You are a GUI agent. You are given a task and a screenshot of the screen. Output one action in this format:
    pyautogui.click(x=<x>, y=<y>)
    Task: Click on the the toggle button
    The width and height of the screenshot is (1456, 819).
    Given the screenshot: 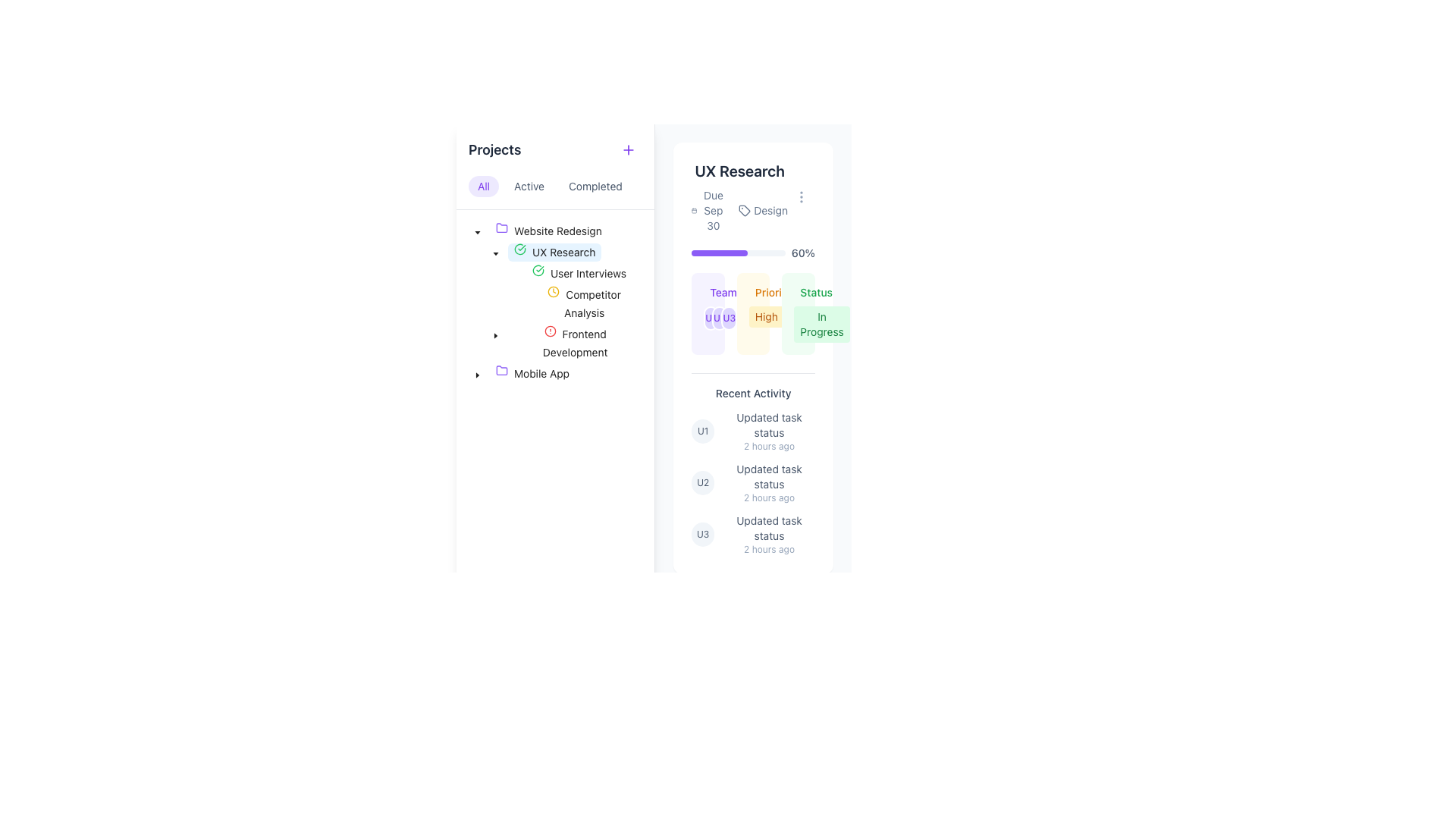 What is the action you would take?
    pyautogui.click(x=495, y=343)
    